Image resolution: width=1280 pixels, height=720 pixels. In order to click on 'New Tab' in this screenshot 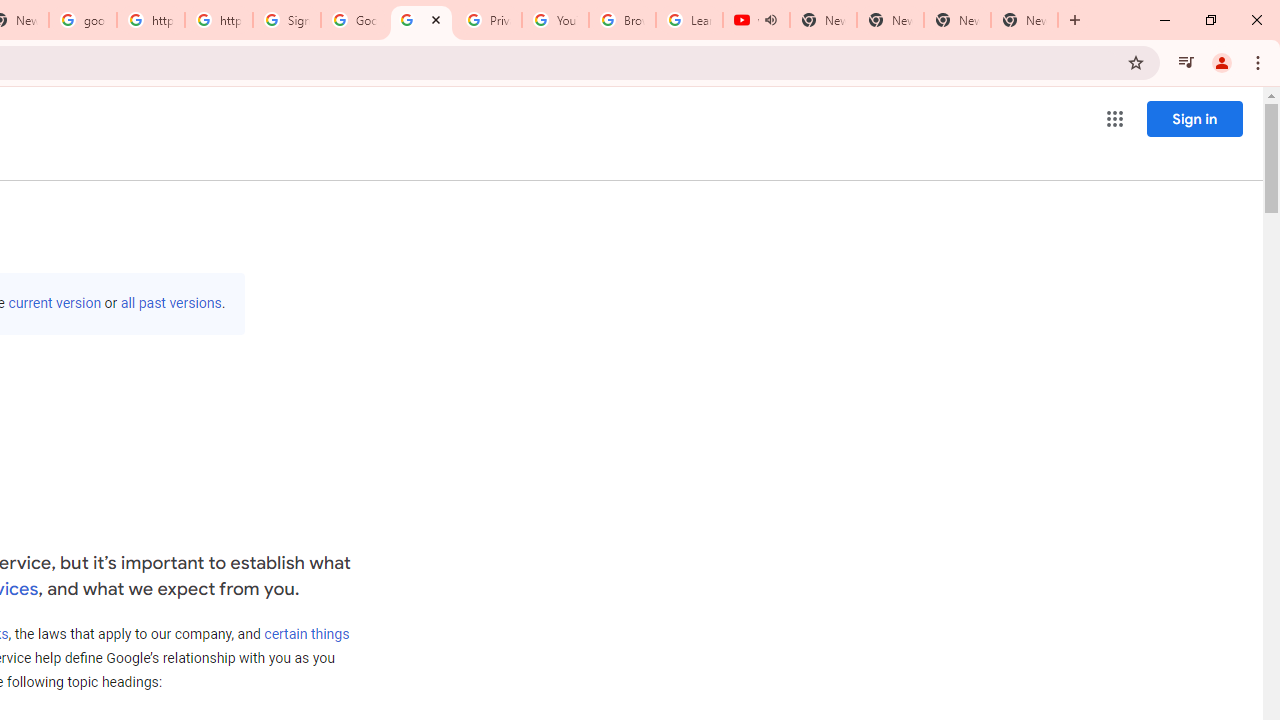, I will do `click(1024, 20)`.